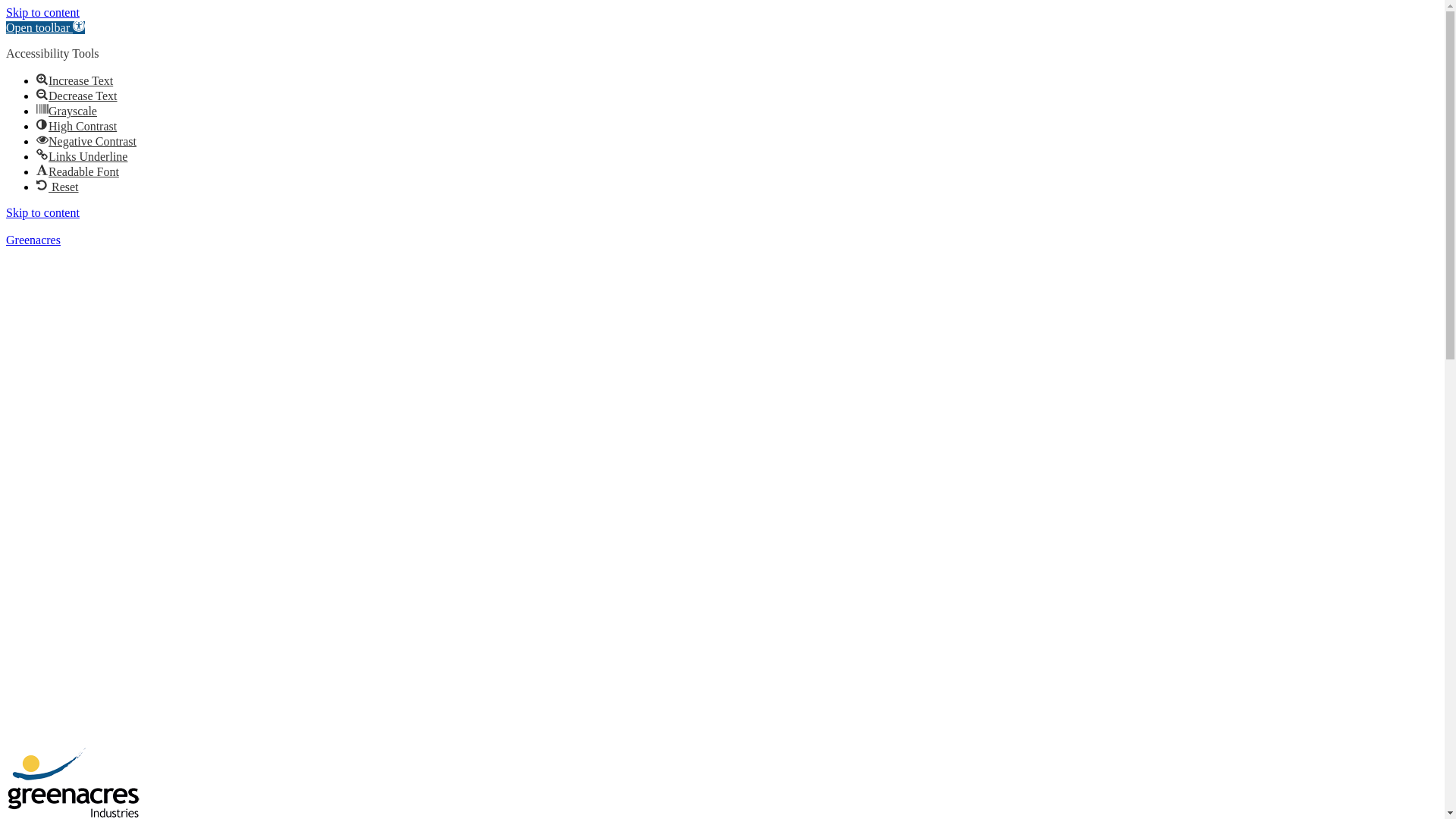 This screenshot has width=1456, height=819. What do you see at coordinates (162, 226) in the screenshot?
I see `'sales@greenacresindustries.com.au'` at bounding box center [162, 226].